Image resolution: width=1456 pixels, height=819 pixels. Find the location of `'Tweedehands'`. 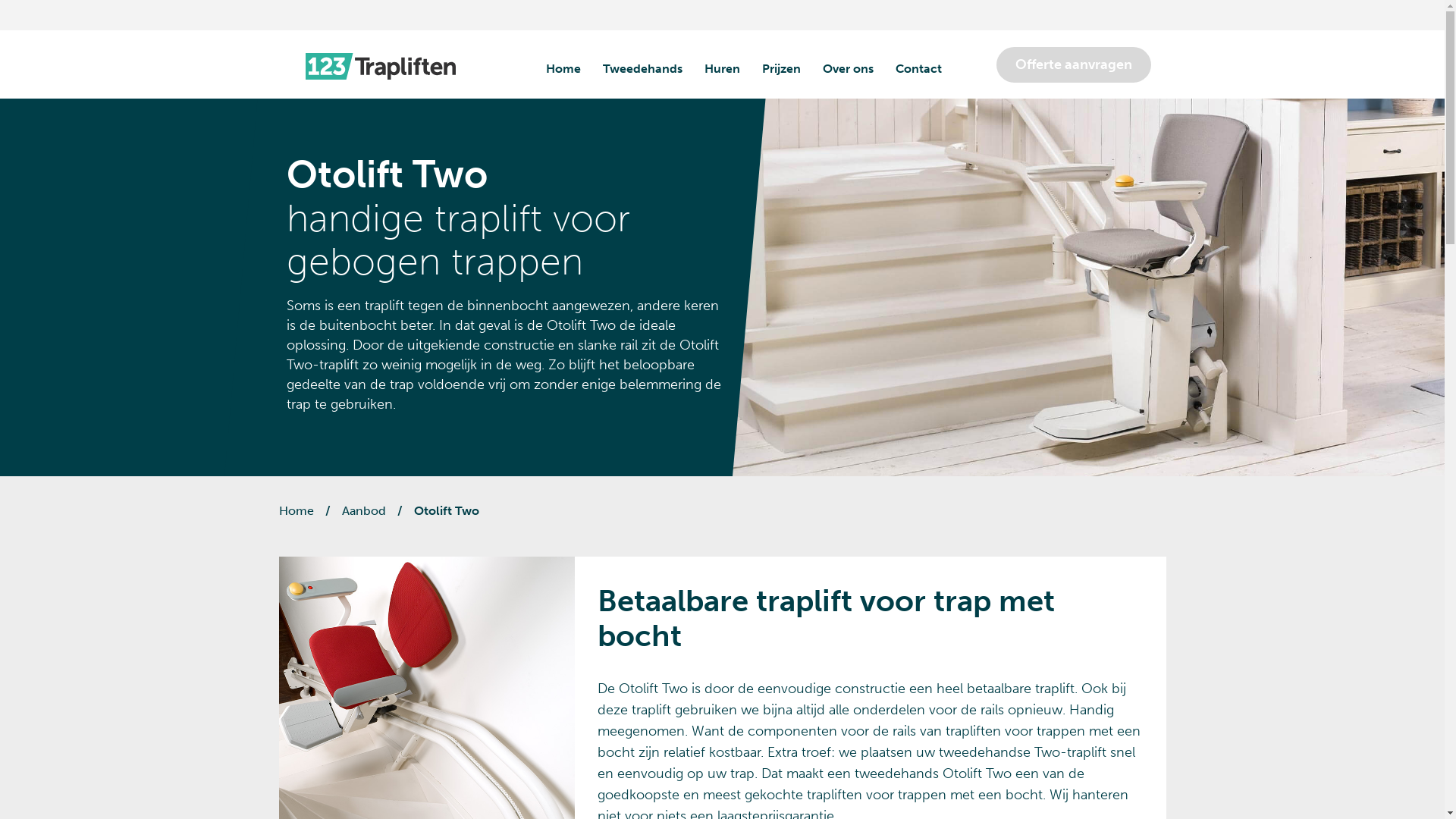

'Tweedehands' is located at coordinates (642, 69).